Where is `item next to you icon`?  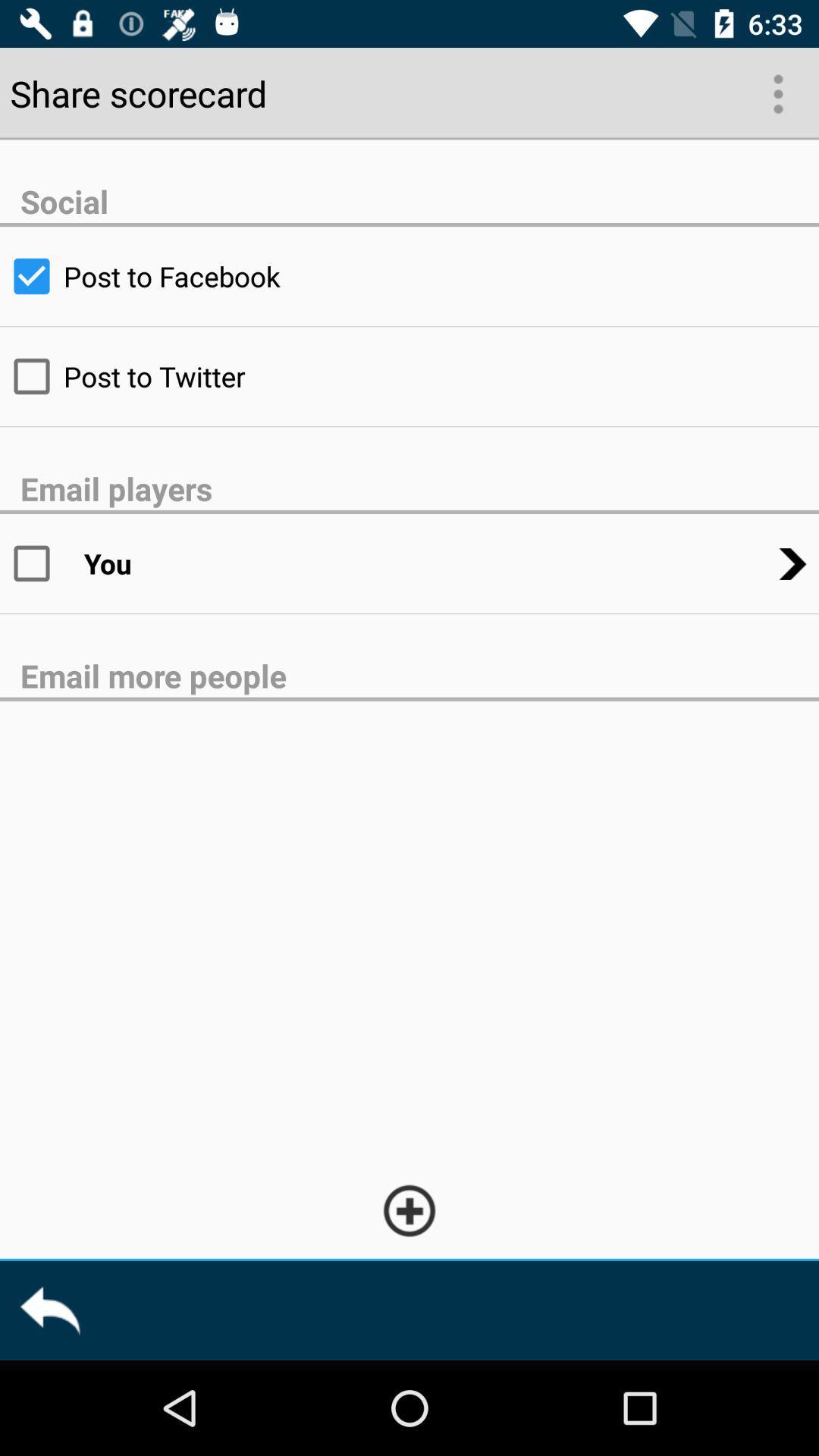 item next to you icon is located at coordinates (41, 563).